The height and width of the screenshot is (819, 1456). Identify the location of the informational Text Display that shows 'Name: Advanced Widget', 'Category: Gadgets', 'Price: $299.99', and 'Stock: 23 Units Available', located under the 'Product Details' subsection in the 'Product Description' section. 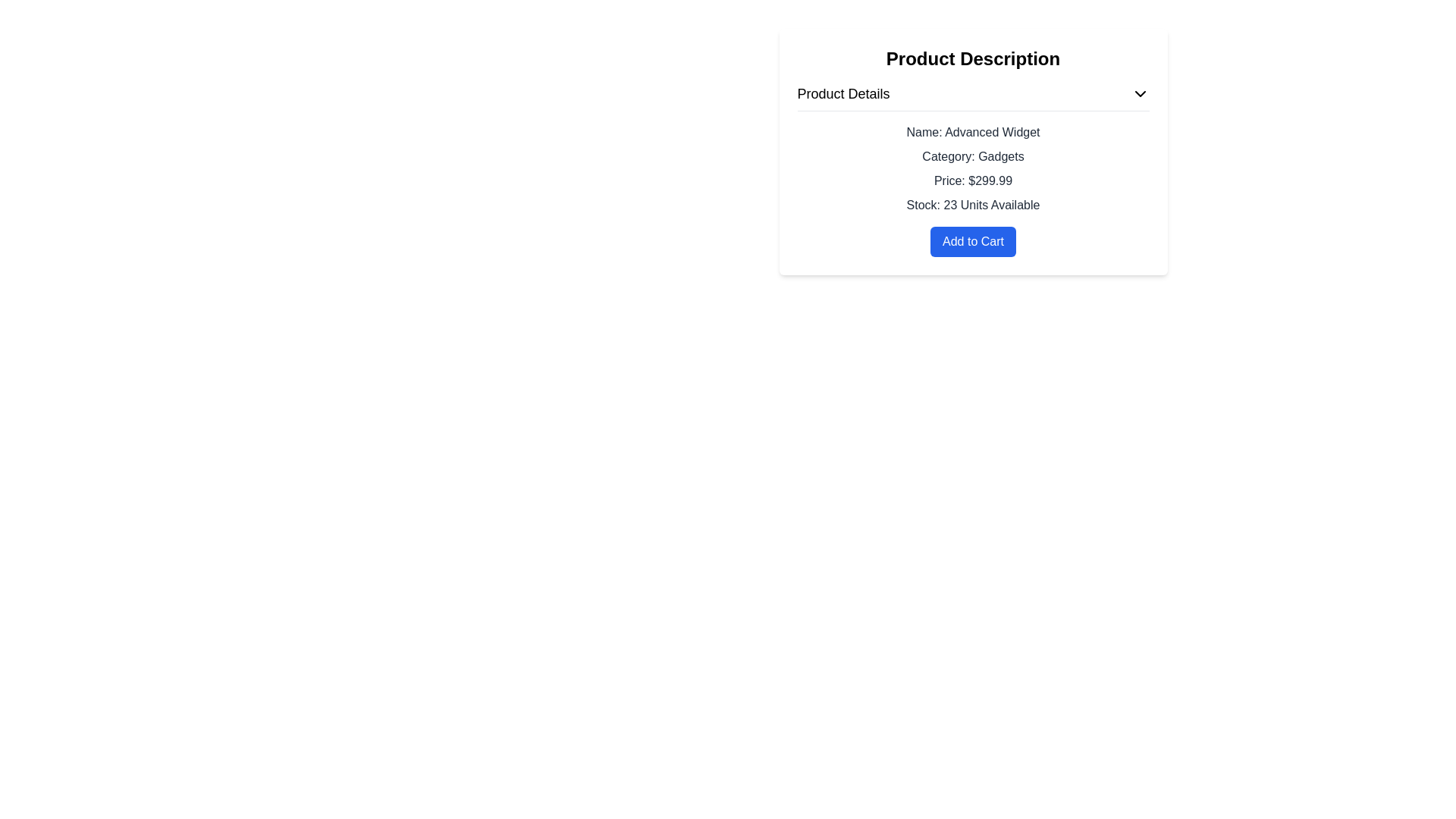
(973, 169).